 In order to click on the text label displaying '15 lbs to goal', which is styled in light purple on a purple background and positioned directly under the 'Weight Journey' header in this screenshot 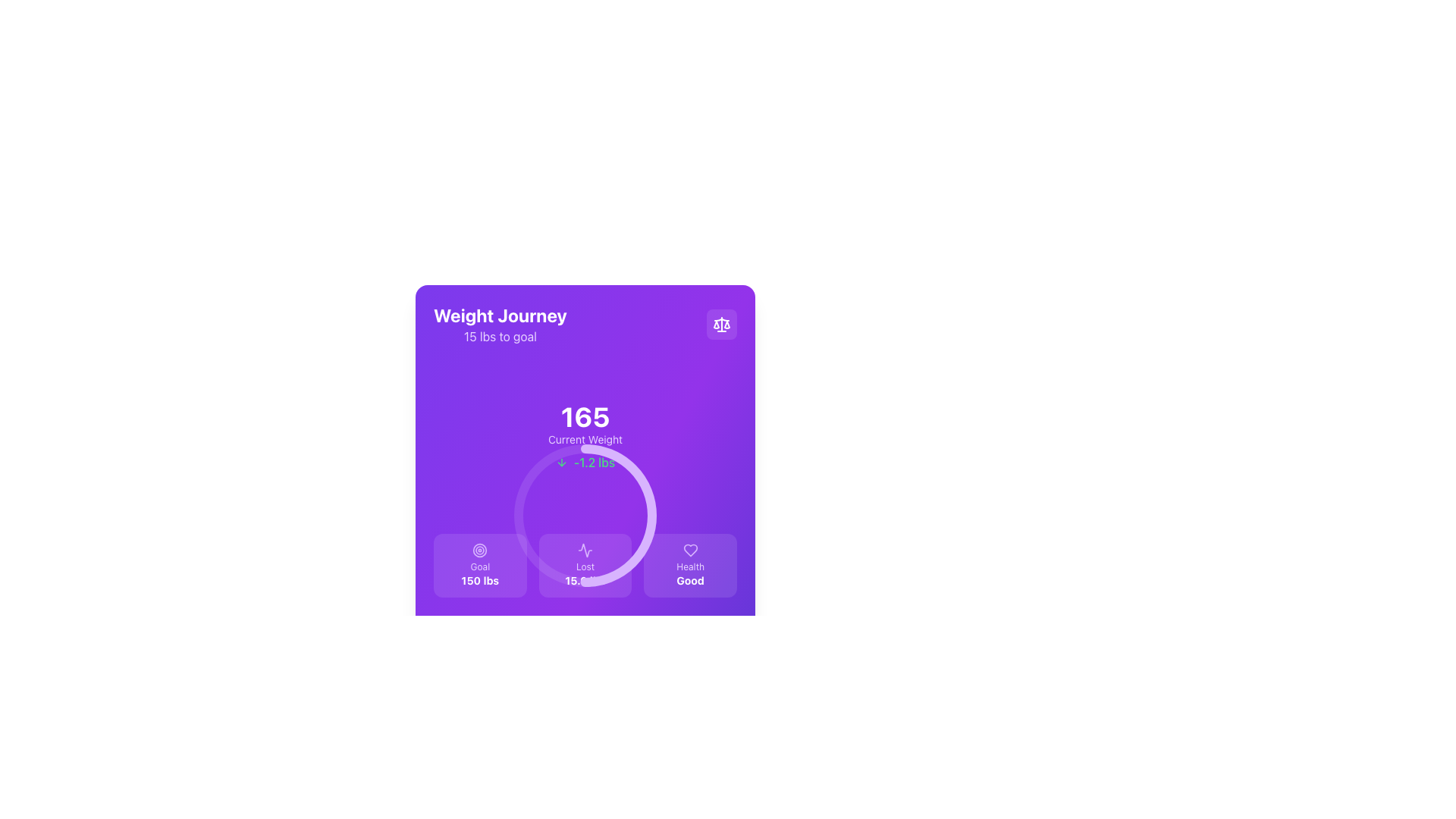, I will do `click(500, 335)`.